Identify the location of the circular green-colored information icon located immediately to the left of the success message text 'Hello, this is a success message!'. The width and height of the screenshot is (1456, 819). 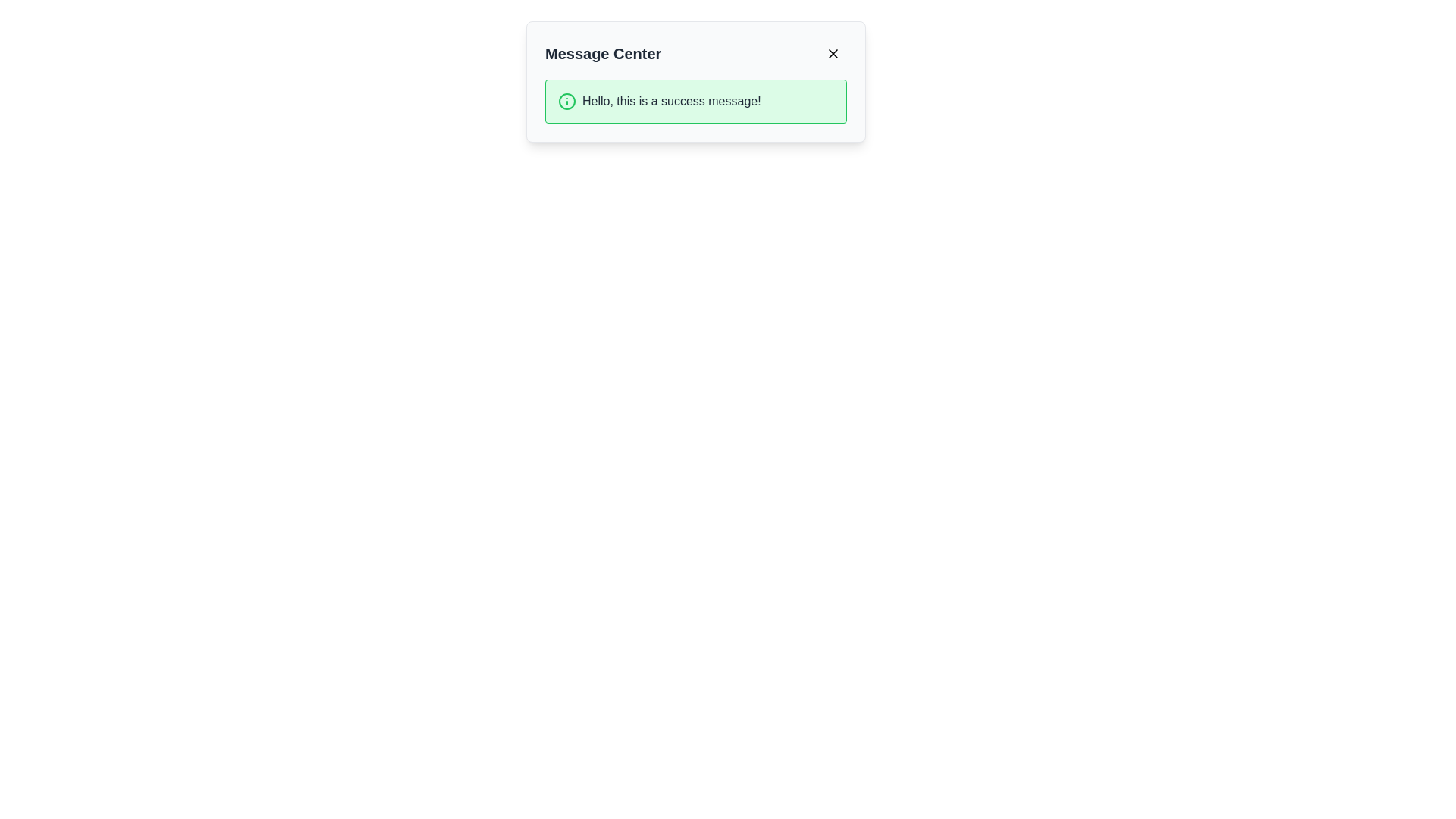
(566, 102).